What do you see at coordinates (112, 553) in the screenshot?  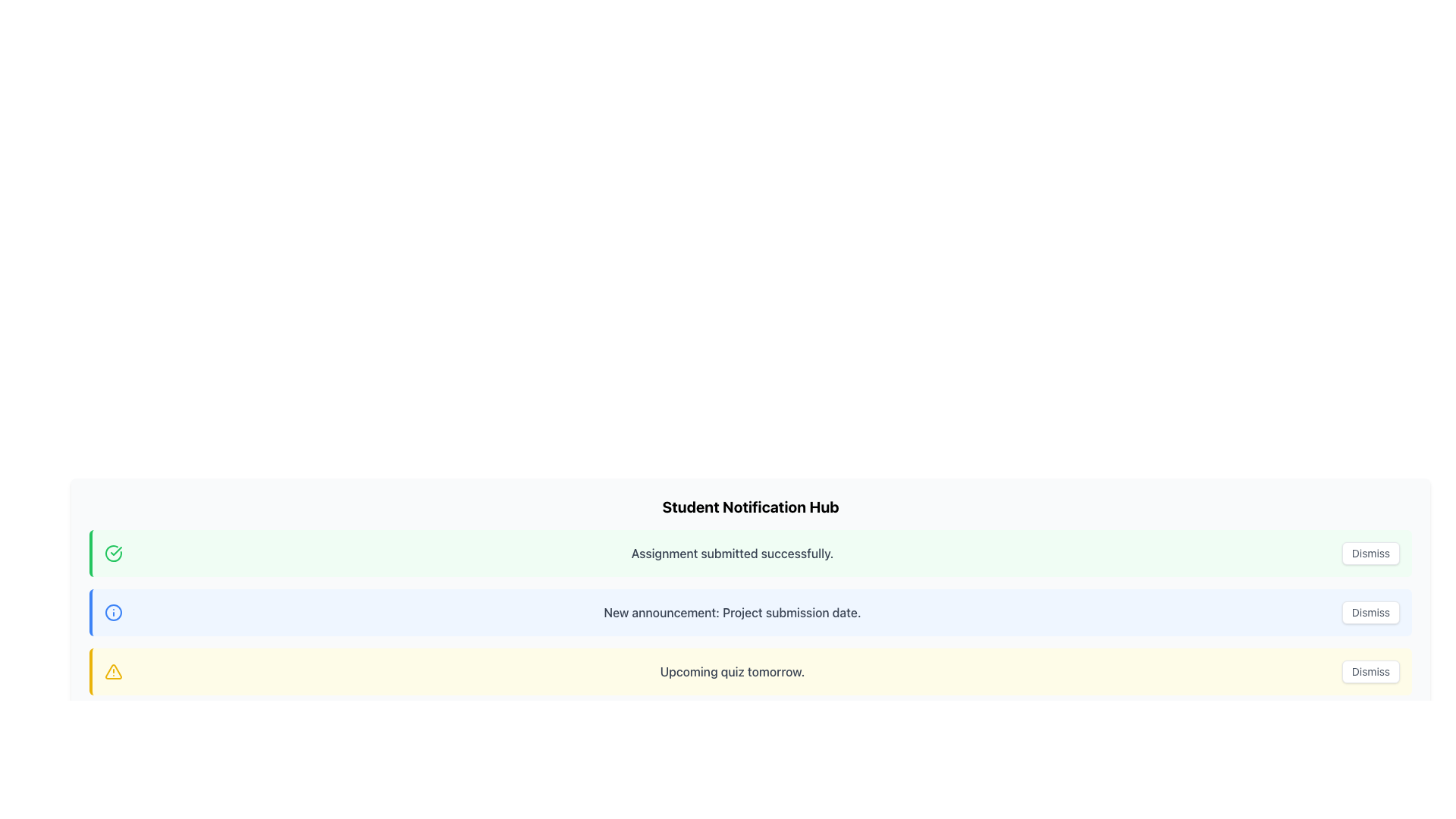 I see `the success icon located at the far-left side of the notification card that indicates 'Assignment submitted successfully.'` at bounding box center [112, 553].